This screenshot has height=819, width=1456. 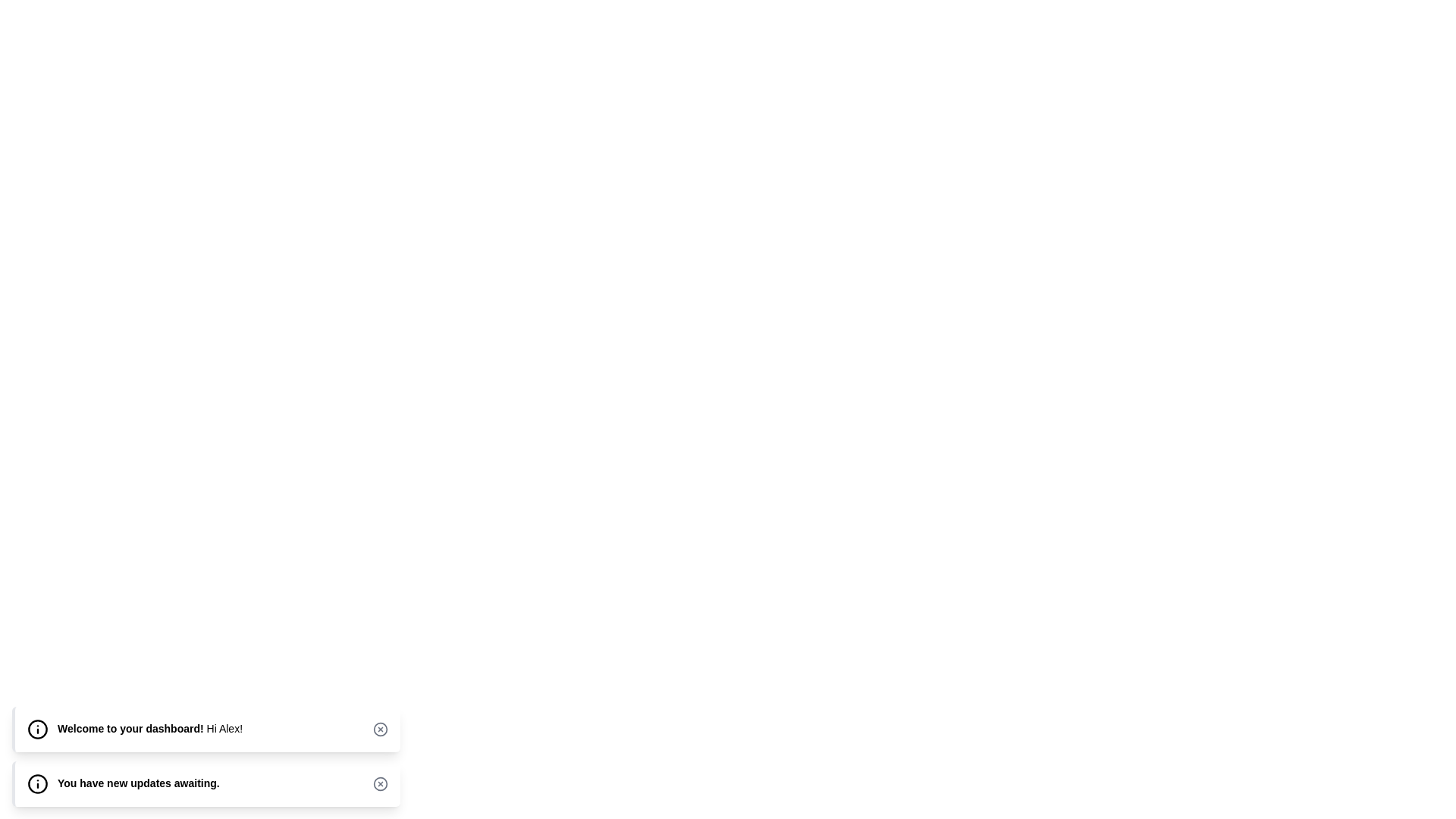 I want to click on the informational icon located to the far left of the notification bar that indicates 'You have new updates awaiting.', so click(x=37, y=783).